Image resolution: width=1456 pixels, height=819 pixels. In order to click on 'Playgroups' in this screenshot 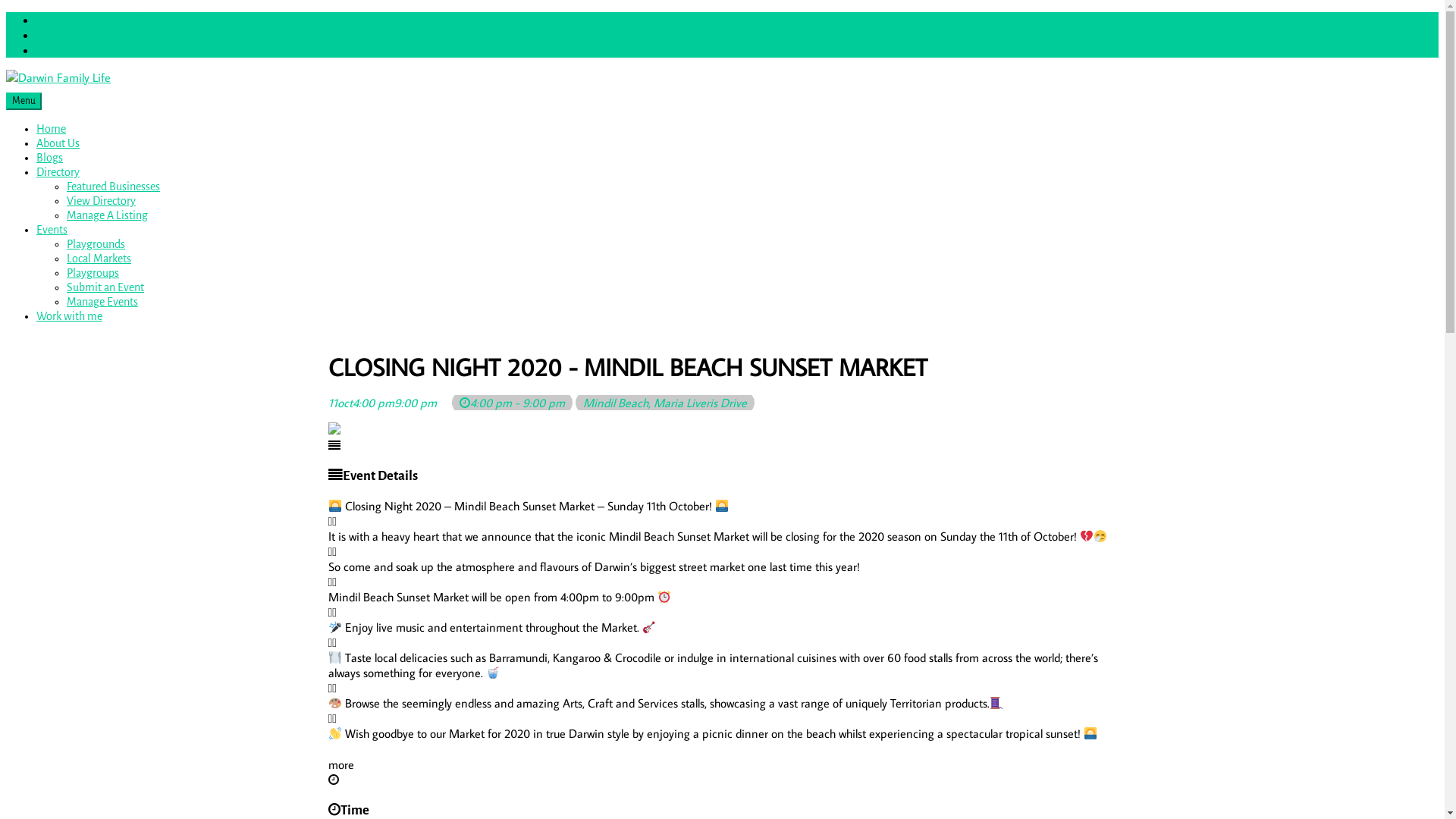, I will do `click(65, 271)`.